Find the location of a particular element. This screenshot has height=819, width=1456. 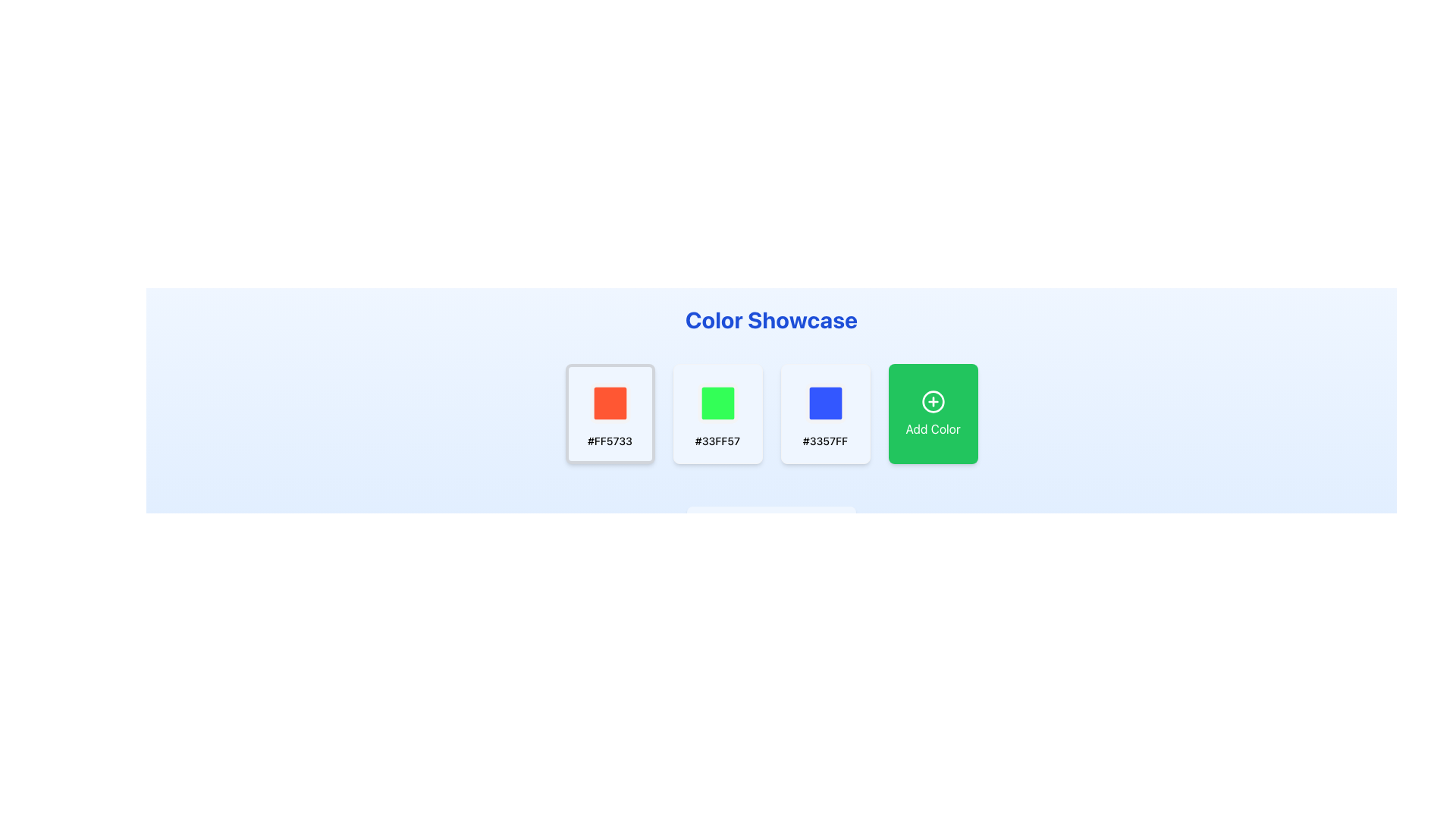

the descriptive text label indicating the action of adding a new color, which is located at the bottom of a green rectangular button and directly below a circular plus icon is located at coordinates (932, 429).